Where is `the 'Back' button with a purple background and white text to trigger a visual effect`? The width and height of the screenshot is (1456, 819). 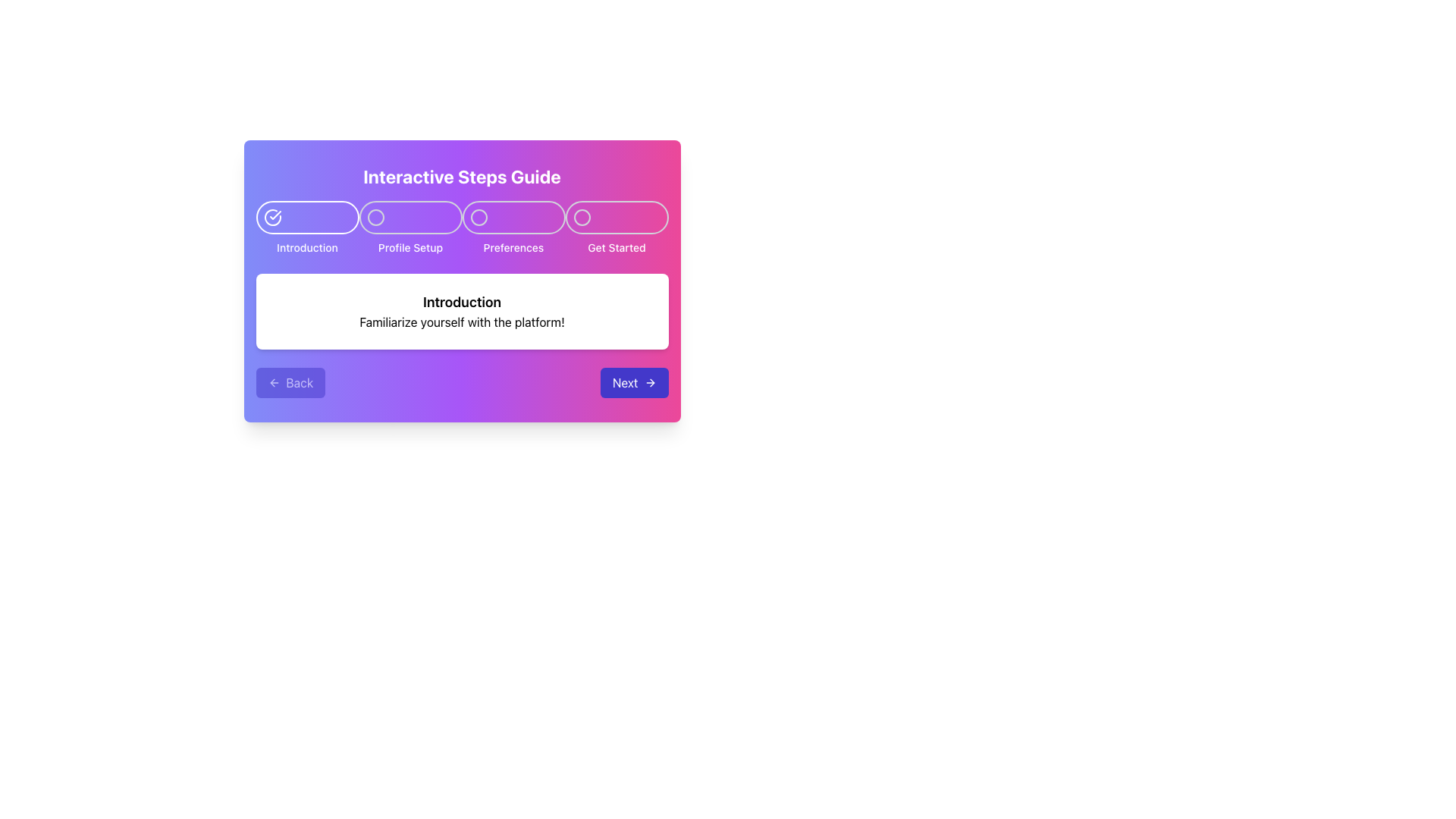
the 'Back' button with a purple background and white text to trigger a visual effect is located at coordinates (290, 382).